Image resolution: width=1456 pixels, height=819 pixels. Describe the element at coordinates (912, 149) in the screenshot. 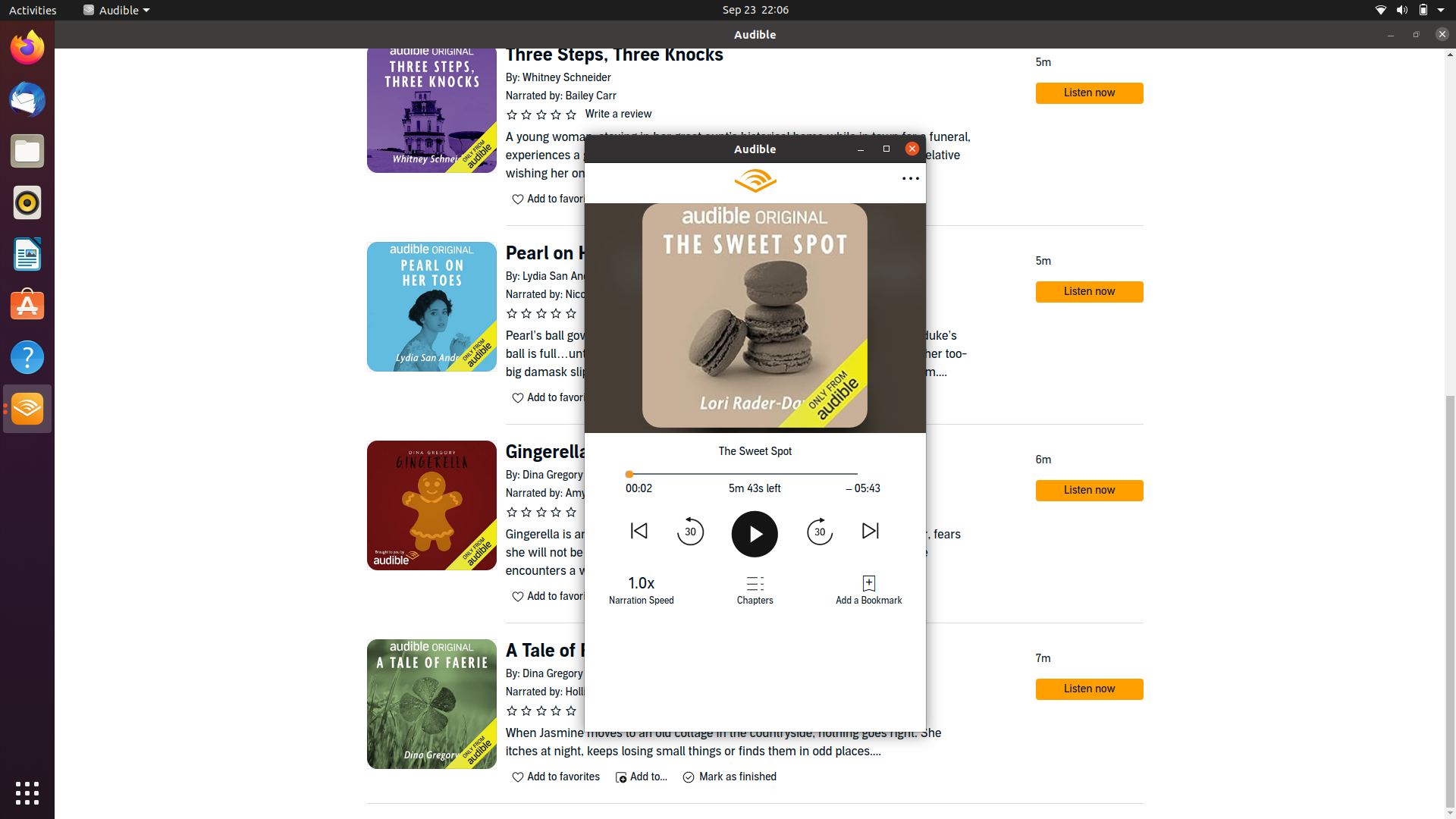

I see `Finish reading book` at that location.